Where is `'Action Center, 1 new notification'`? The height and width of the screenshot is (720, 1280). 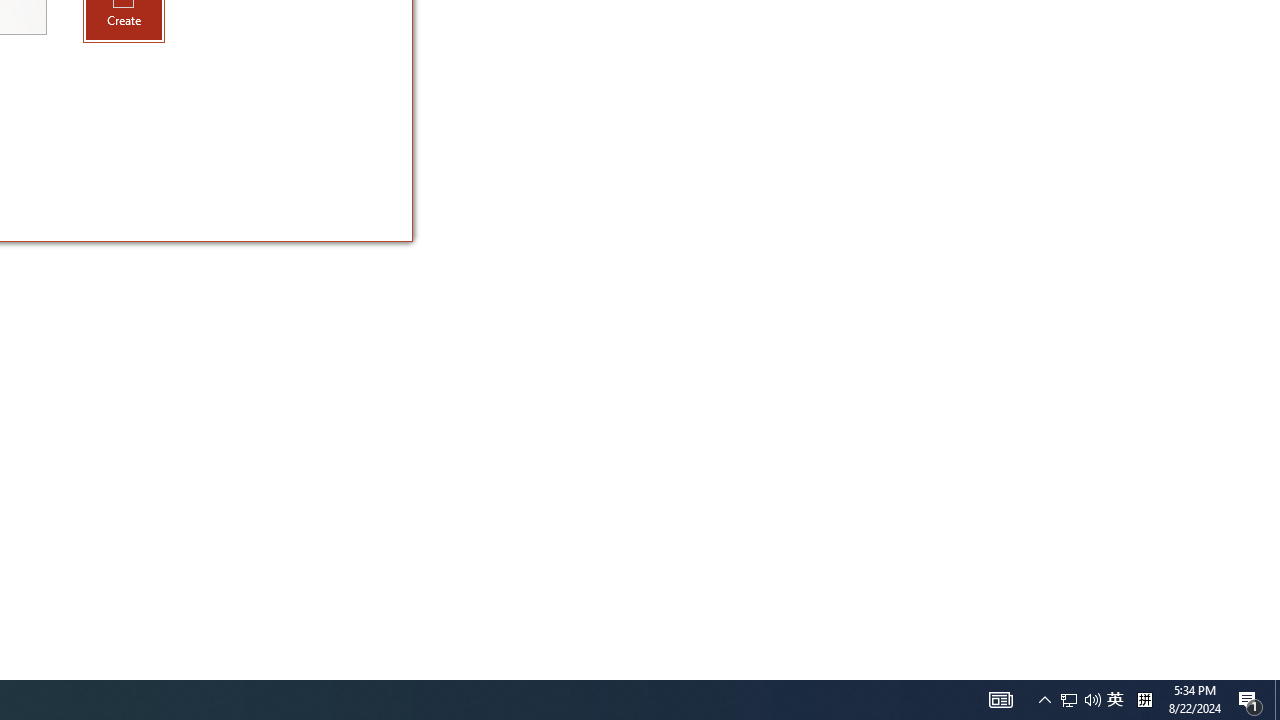
'Action Center, 1 new notification' is located at coordinates (1250, 698).